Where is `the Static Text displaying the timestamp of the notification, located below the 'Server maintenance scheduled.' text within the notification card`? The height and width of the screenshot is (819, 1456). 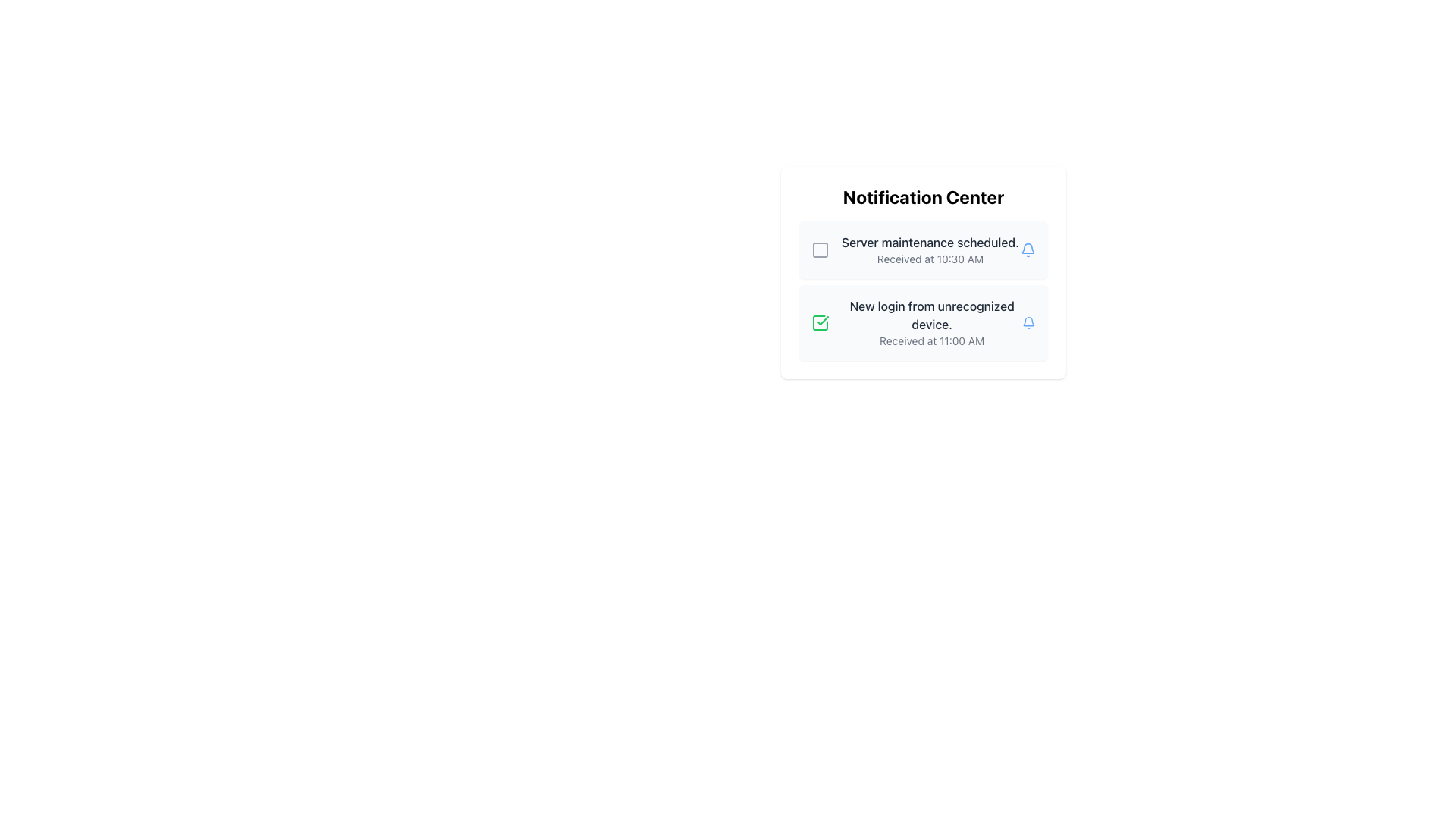 the Static Text displaying the timestamp of the notification, located below the 'Server maintenance scheduled.' text within the notification card is located at coordinates (929, 259).